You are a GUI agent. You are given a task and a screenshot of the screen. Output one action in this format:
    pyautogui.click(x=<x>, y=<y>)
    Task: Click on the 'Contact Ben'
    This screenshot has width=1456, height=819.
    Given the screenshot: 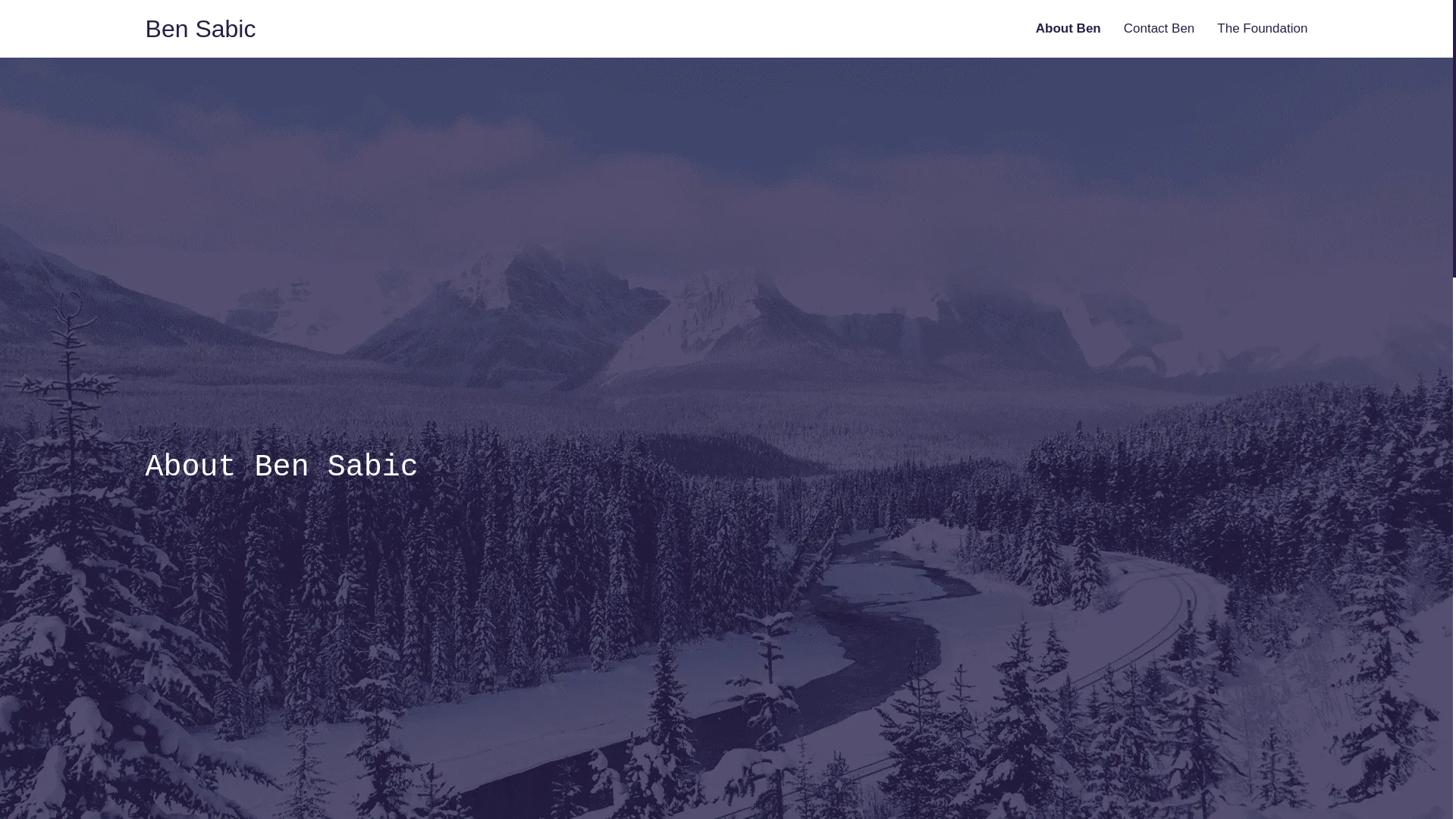 What is the action you would take?
    pyautogui.click(x=1159, y=28)
    